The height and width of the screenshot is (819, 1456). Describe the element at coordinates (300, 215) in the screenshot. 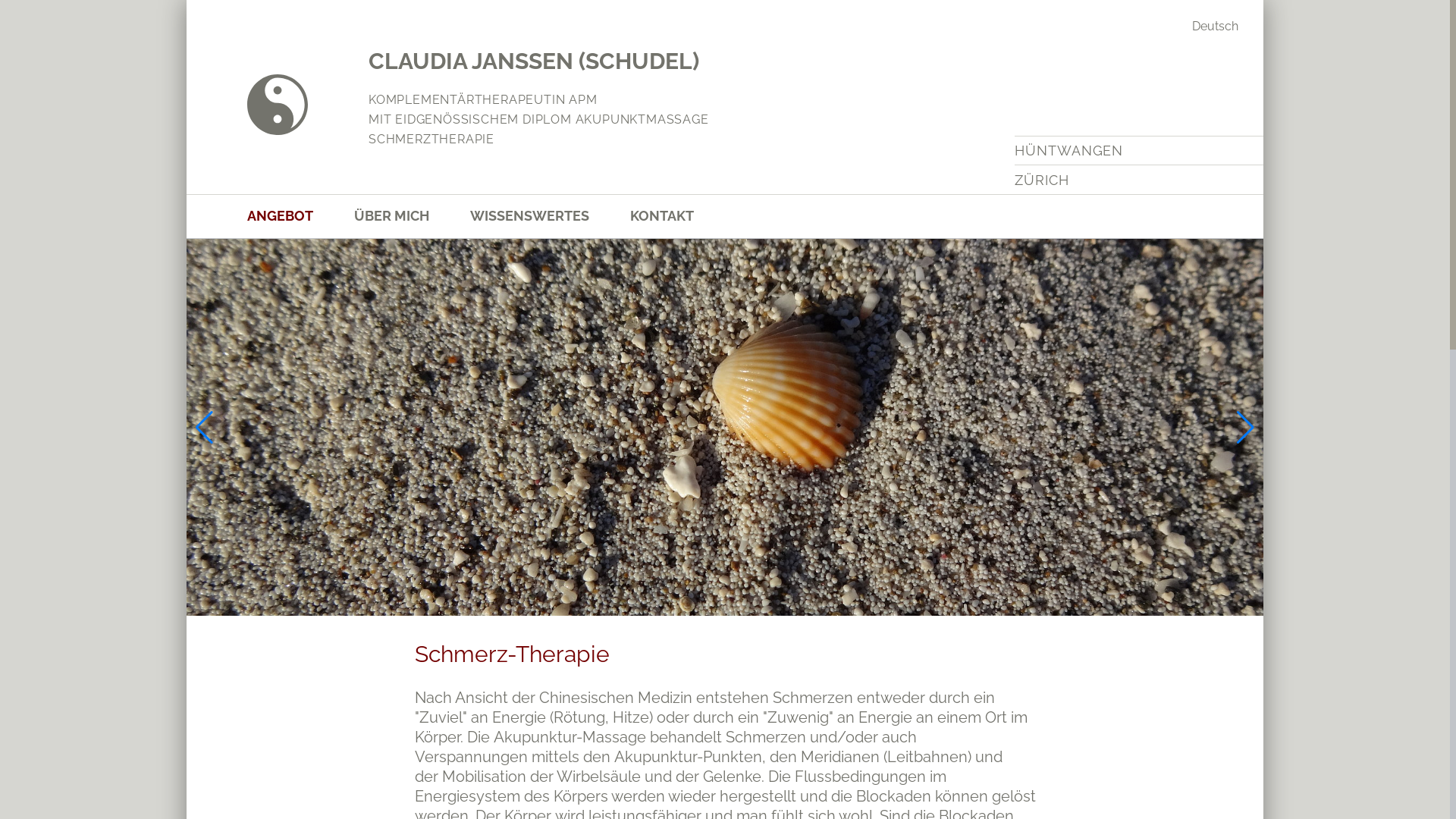

I see `'ANGEBOT'` at that location.